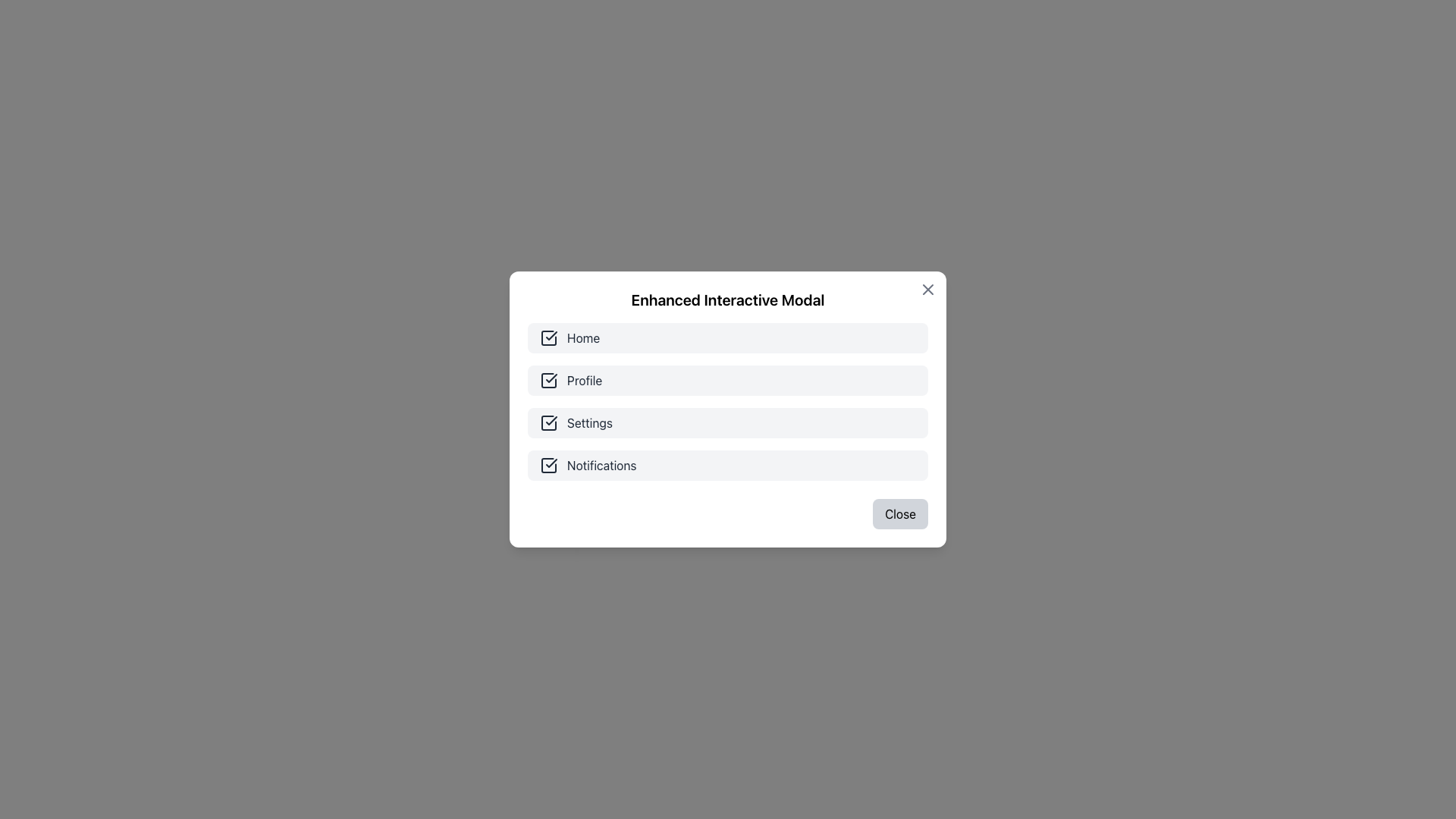  What do you see at coordinates (551, 335) in the screenshot?
I see `the state change of the checkmark icon, which is a thin outlined SVG graphic located to the left of the 'Profile' text in the modal's second row` at bounding box center [551, 335].